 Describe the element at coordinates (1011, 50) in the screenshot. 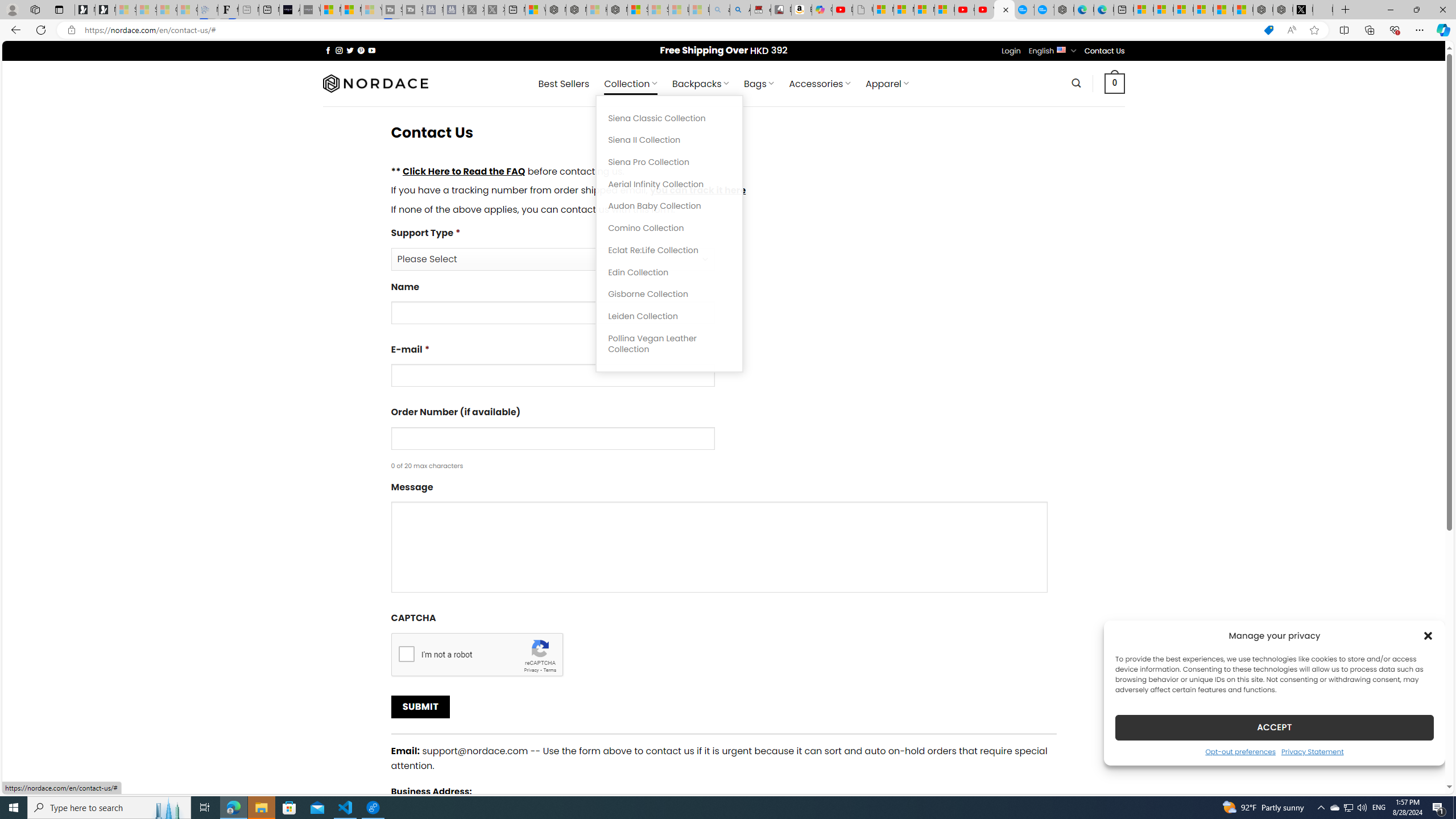

I see `'Login'` at that location.